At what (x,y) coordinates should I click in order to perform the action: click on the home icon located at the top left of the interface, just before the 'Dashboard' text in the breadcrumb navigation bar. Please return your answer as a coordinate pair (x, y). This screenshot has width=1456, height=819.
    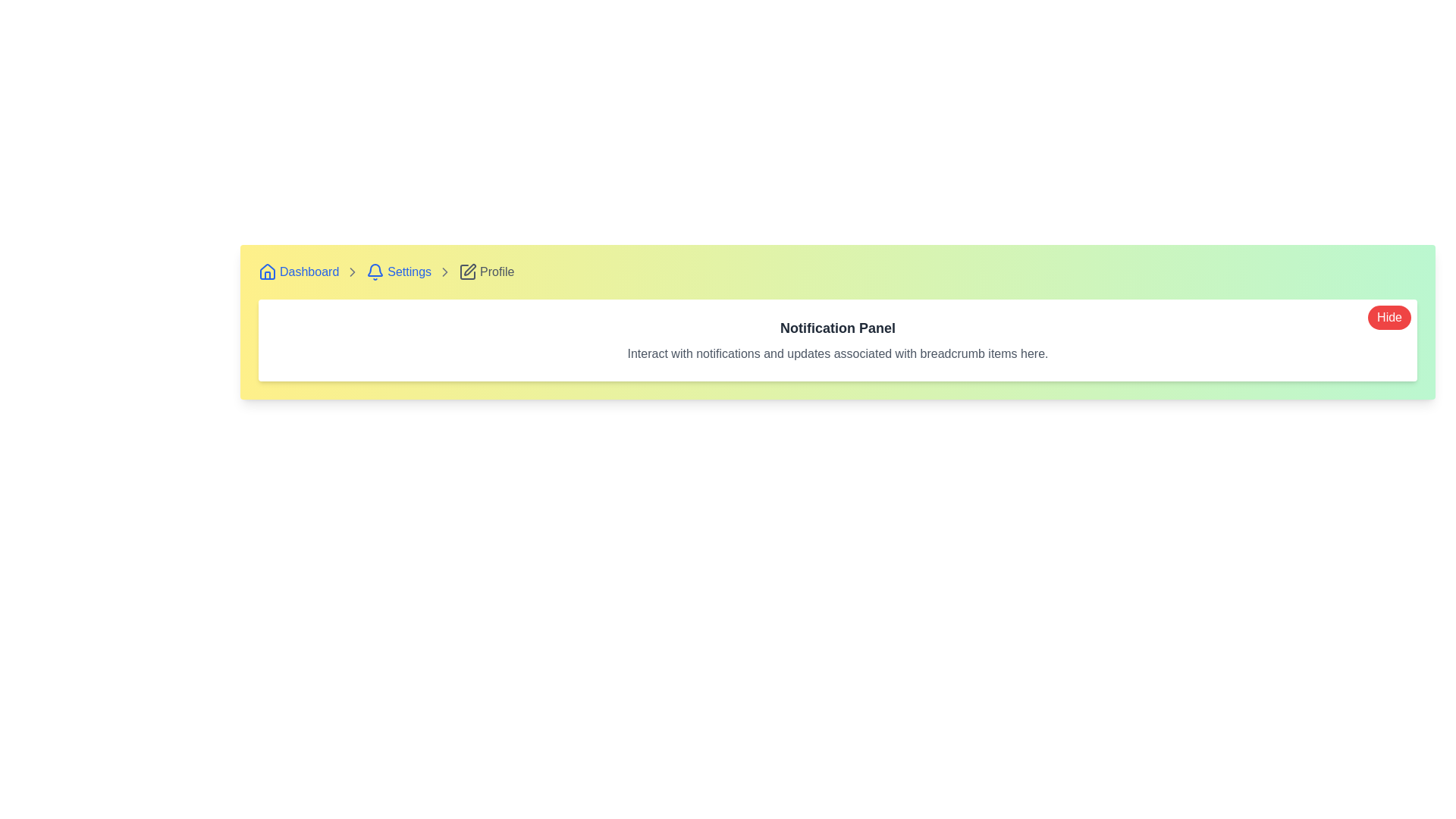
    Looking at the image, I should click on (268, 271).